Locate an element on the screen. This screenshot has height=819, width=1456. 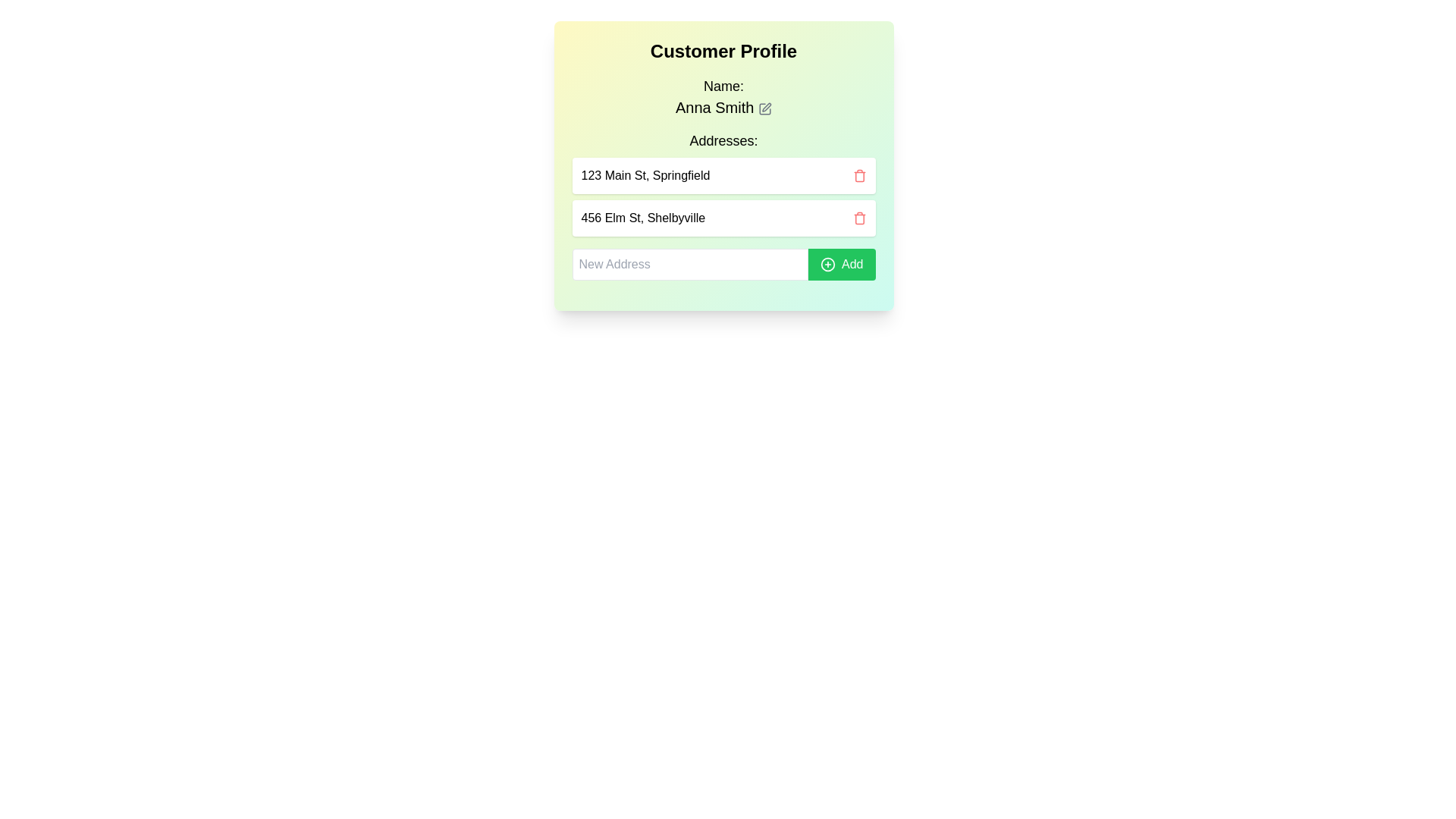
the text label displaying 'Anna Smith' is located at coordinates (723, 107).